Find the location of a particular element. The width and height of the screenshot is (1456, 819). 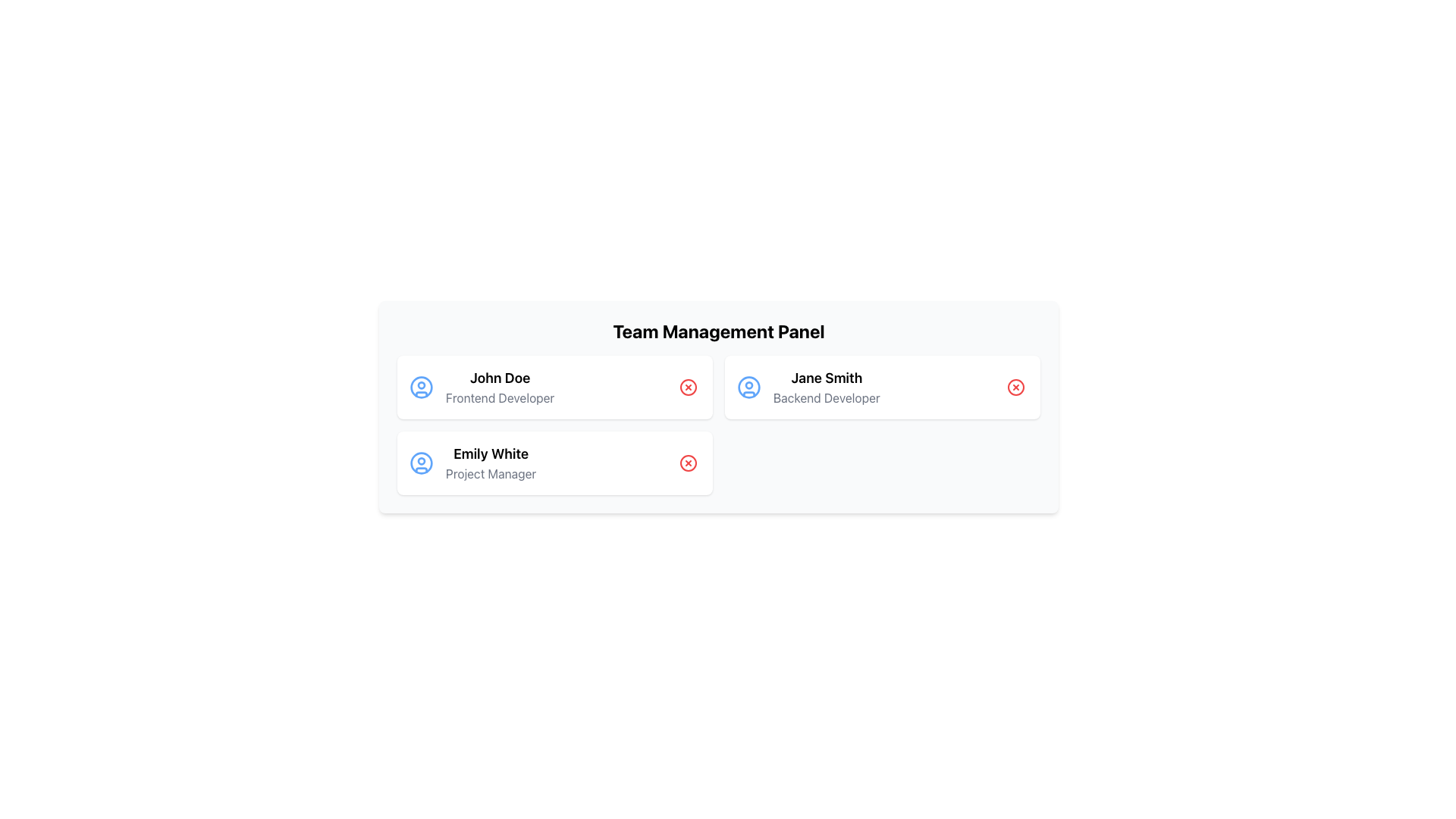

the outermost circular shape of the user profile icon with a blue outline, located in the left section of the second card in the 'Team Management Panel' is located at coordinates (422, 385).